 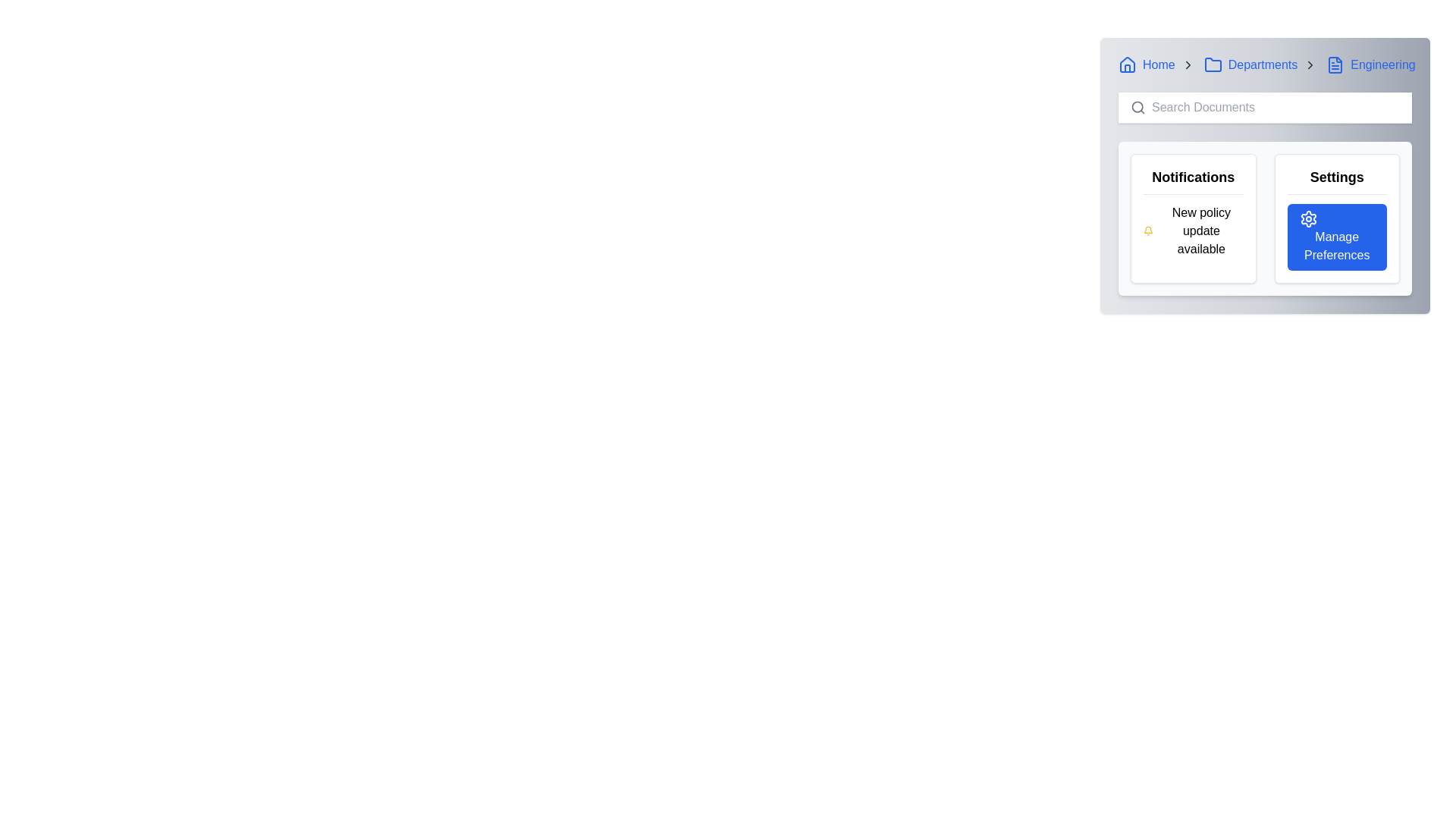 What do you see at coordinates (1335, 64) in the screenshot?
I see `the 'Engineering' section icon located at the end of the breadcrumb navigation bar` at bounding box center [1335, 64].